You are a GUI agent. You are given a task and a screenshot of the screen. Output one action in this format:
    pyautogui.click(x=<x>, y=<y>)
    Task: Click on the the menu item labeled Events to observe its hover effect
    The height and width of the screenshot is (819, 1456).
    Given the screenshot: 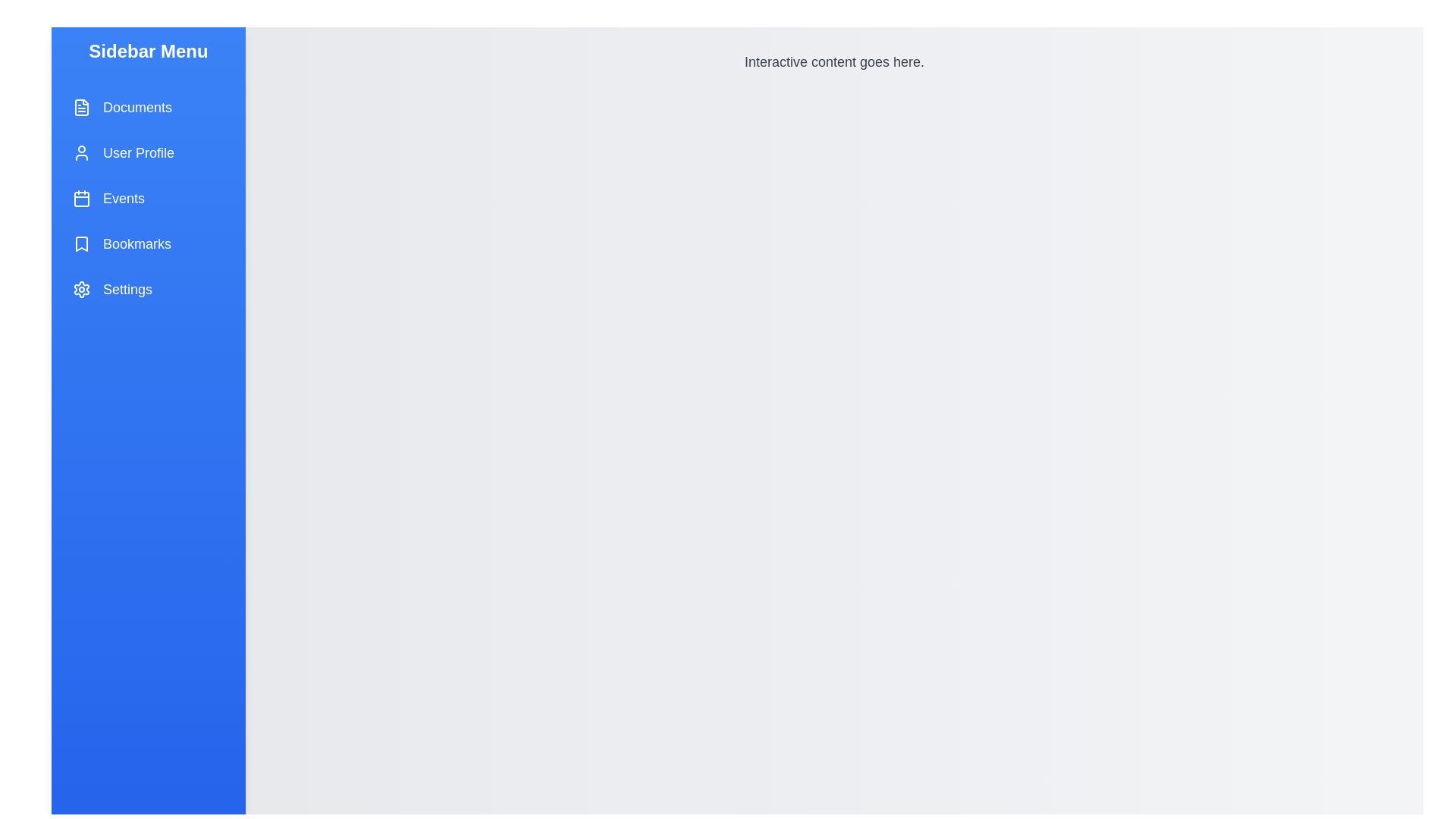 What is the action you would take?
    pyautogui.click(x=149, y=198)
    